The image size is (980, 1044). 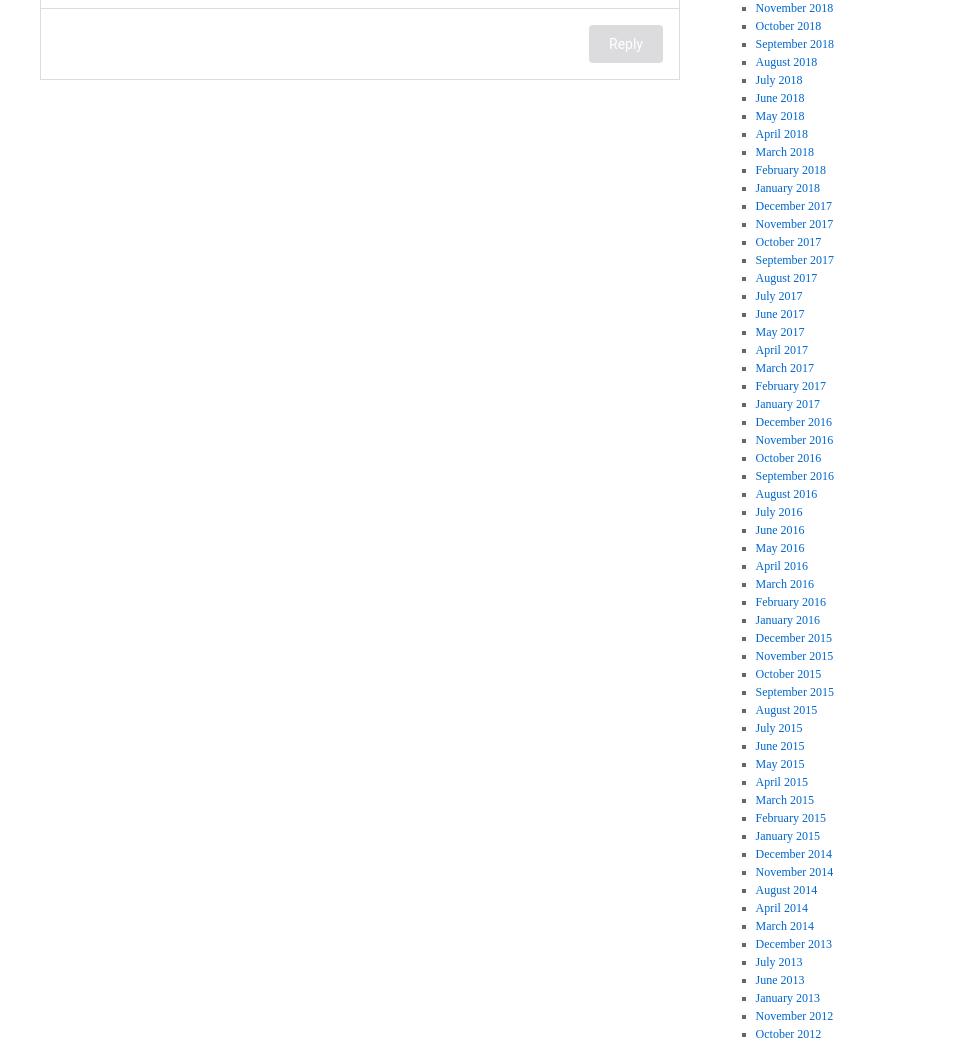 I want to click on 'August 2014', so click(x=785, y=890).